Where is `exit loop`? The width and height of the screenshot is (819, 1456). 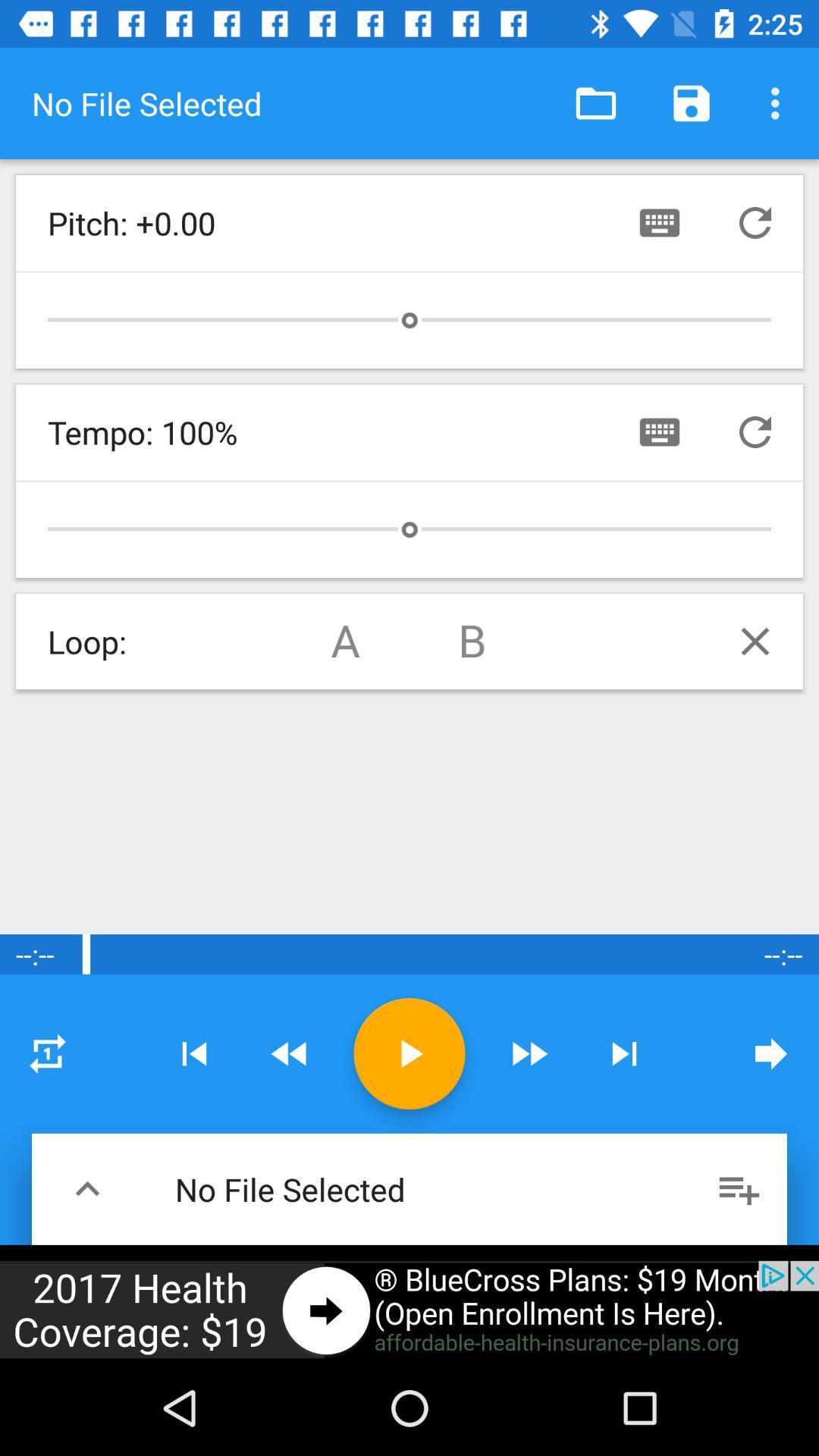 exit loop is located at coordinates (755, 641).